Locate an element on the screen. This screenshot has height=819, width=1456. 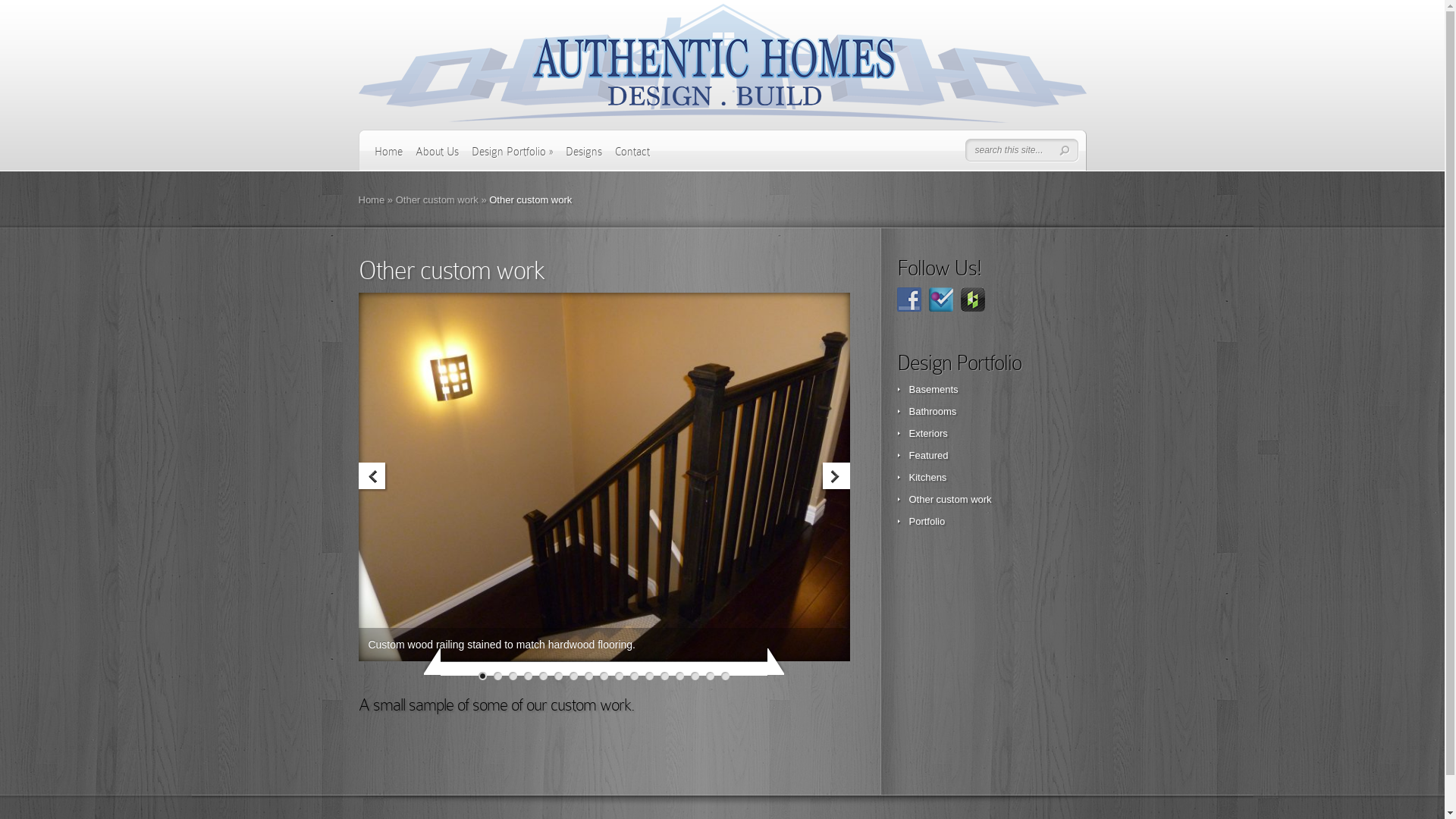
'Follow Us on Foursquare' is located at coordinates (939, 299).